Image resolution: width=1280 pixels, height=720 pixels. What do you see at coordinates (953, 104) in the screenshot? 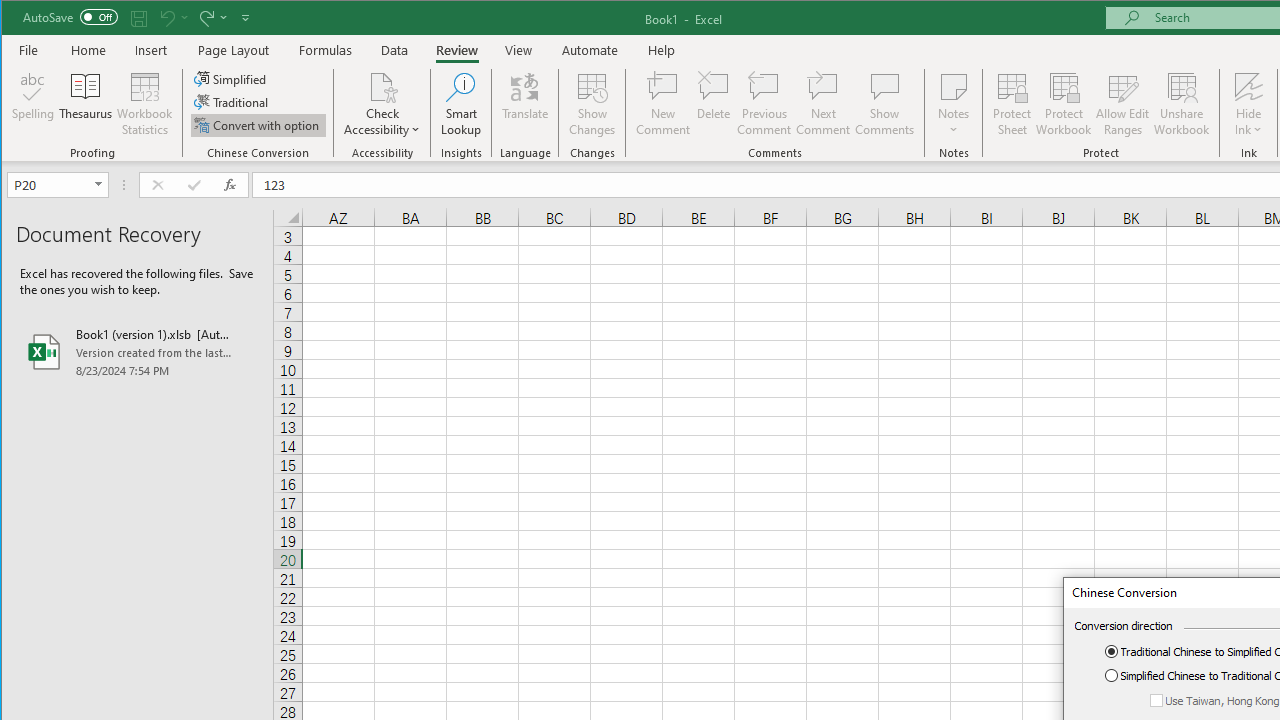
I see `'Notes'` at bounding box center [953, 104].